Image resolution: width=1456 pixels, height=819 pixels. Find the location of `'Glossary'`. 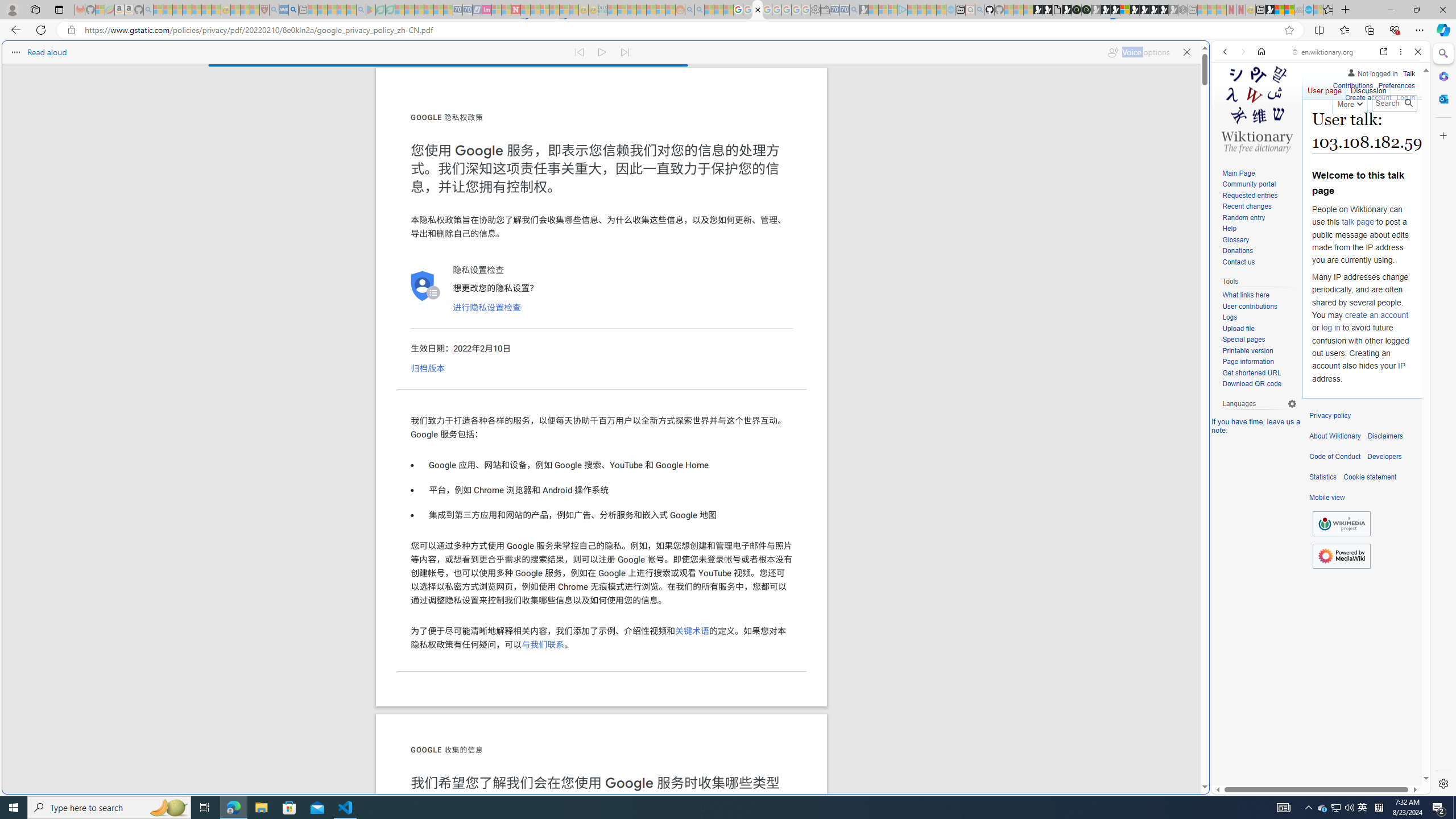

'Glossary' is located at coordinates (1235, 239).